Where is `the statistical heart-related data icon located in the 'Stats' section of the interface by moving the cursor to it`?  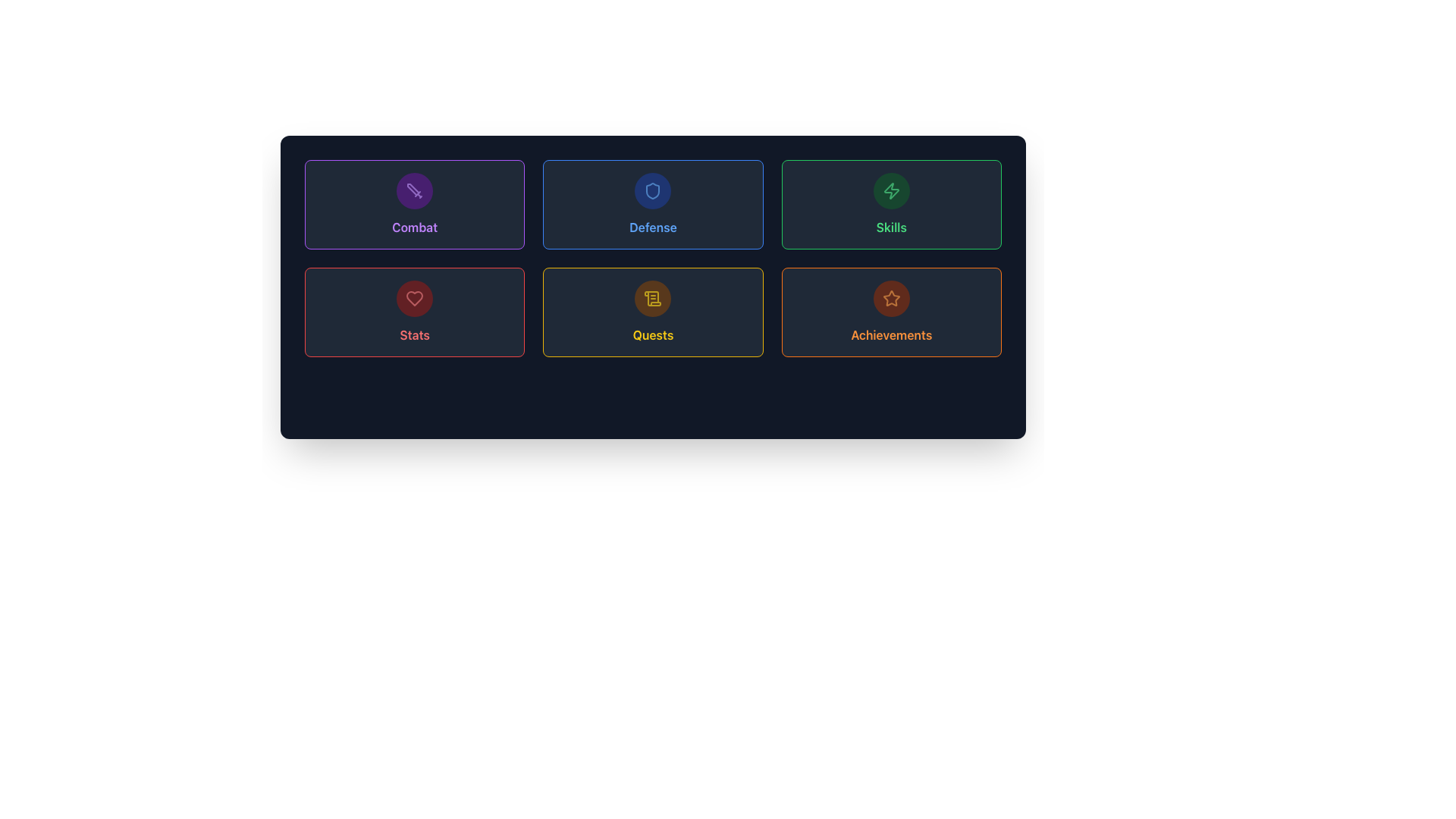
the statistical heart-related data icon located in the 'Stats' section of the interface by moving the cursor to it is located at coordinates (415, 298).